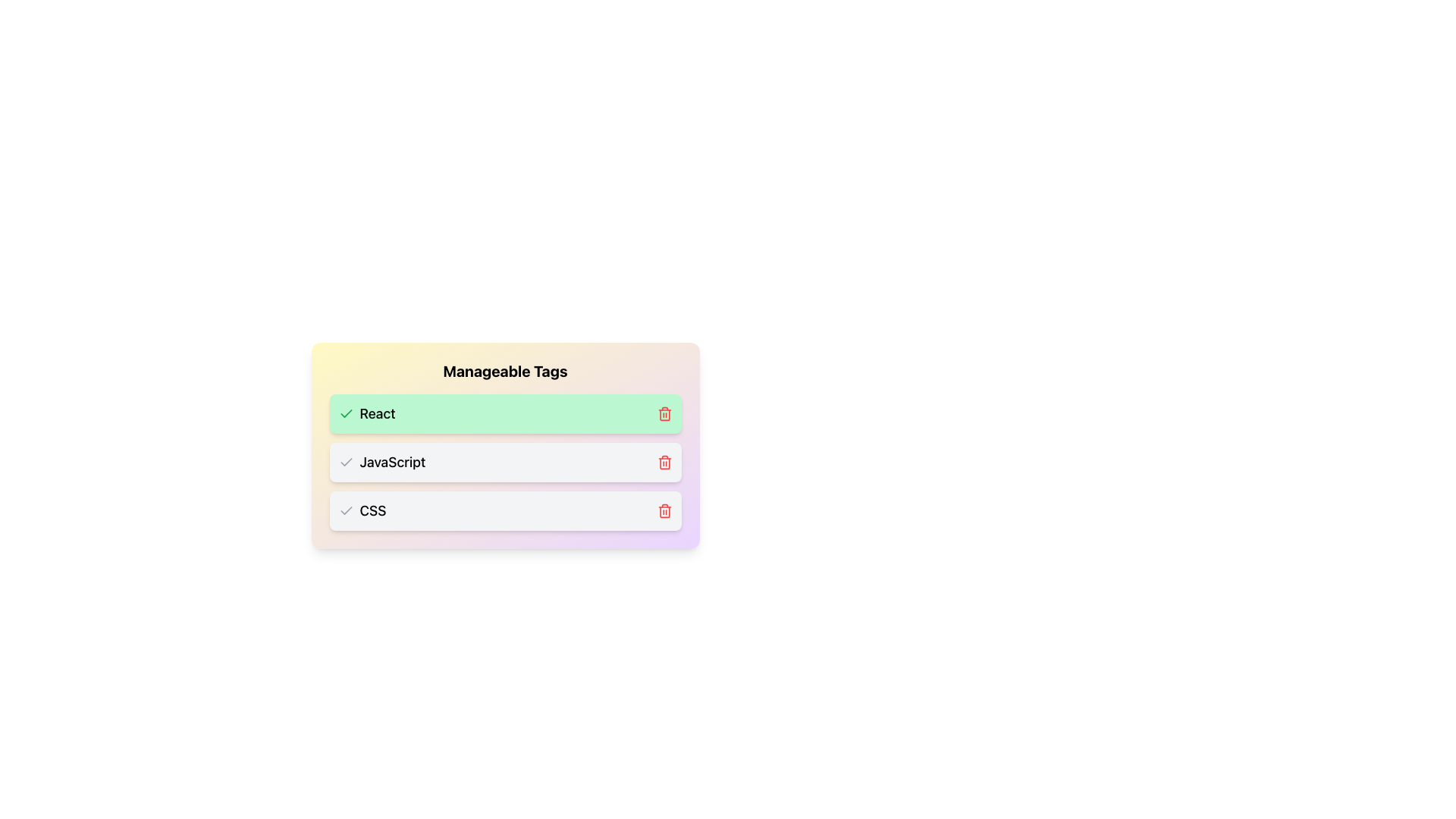  Describe the element at coordinates (392, 461) in the screenshot. I see `the 'JavaScript' tag label, which is the second item in the 'Manageable Tags' list, positioned below 'React' and above 'CSS'` at that location.